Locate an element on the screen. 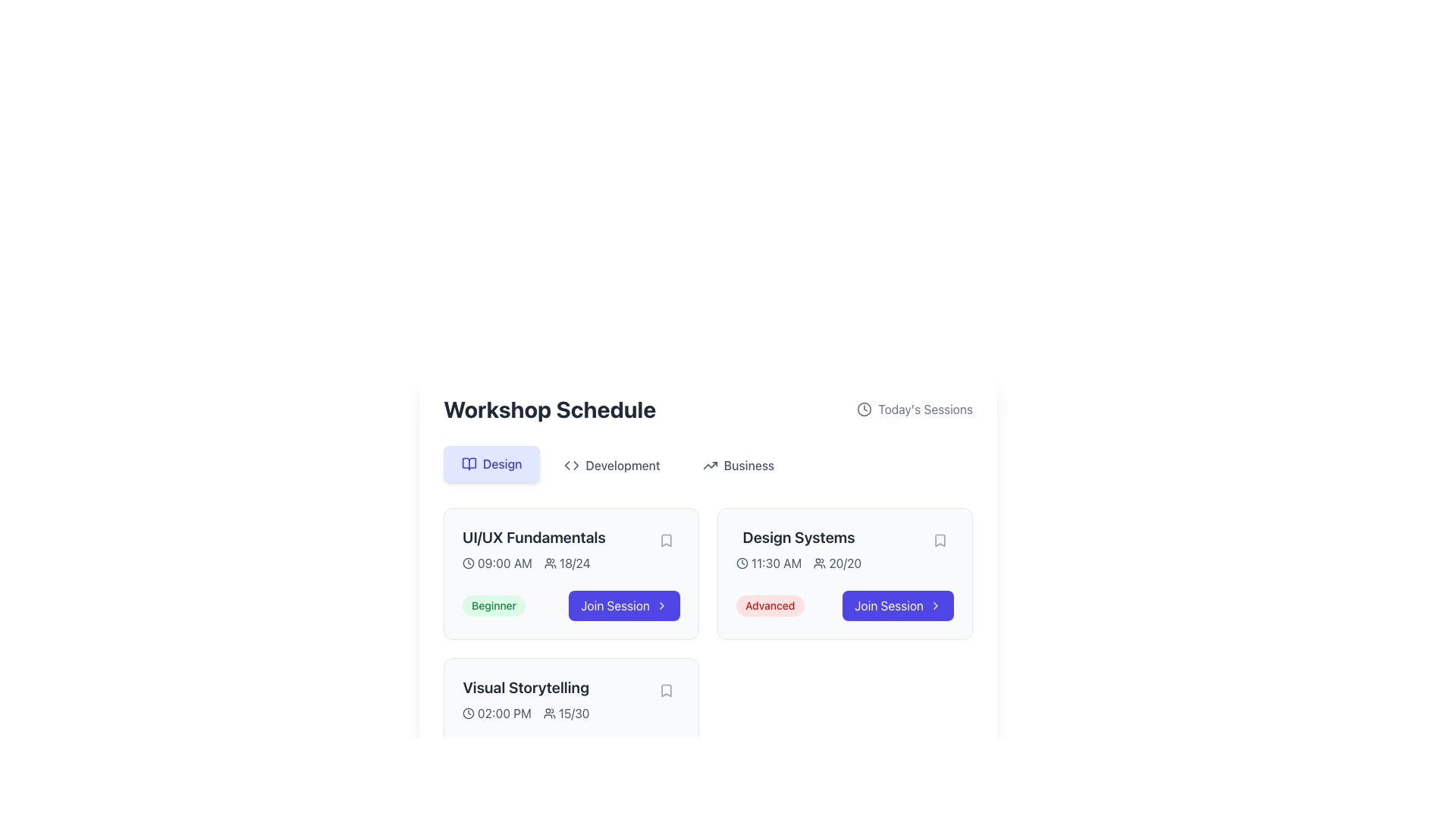 The width and height of the screenshot is (1456, 819). the small circular button with a gray background and a bookmark icon located at the top-right corner of the 'Design Systems' session card is located at coordinates (939, 540).